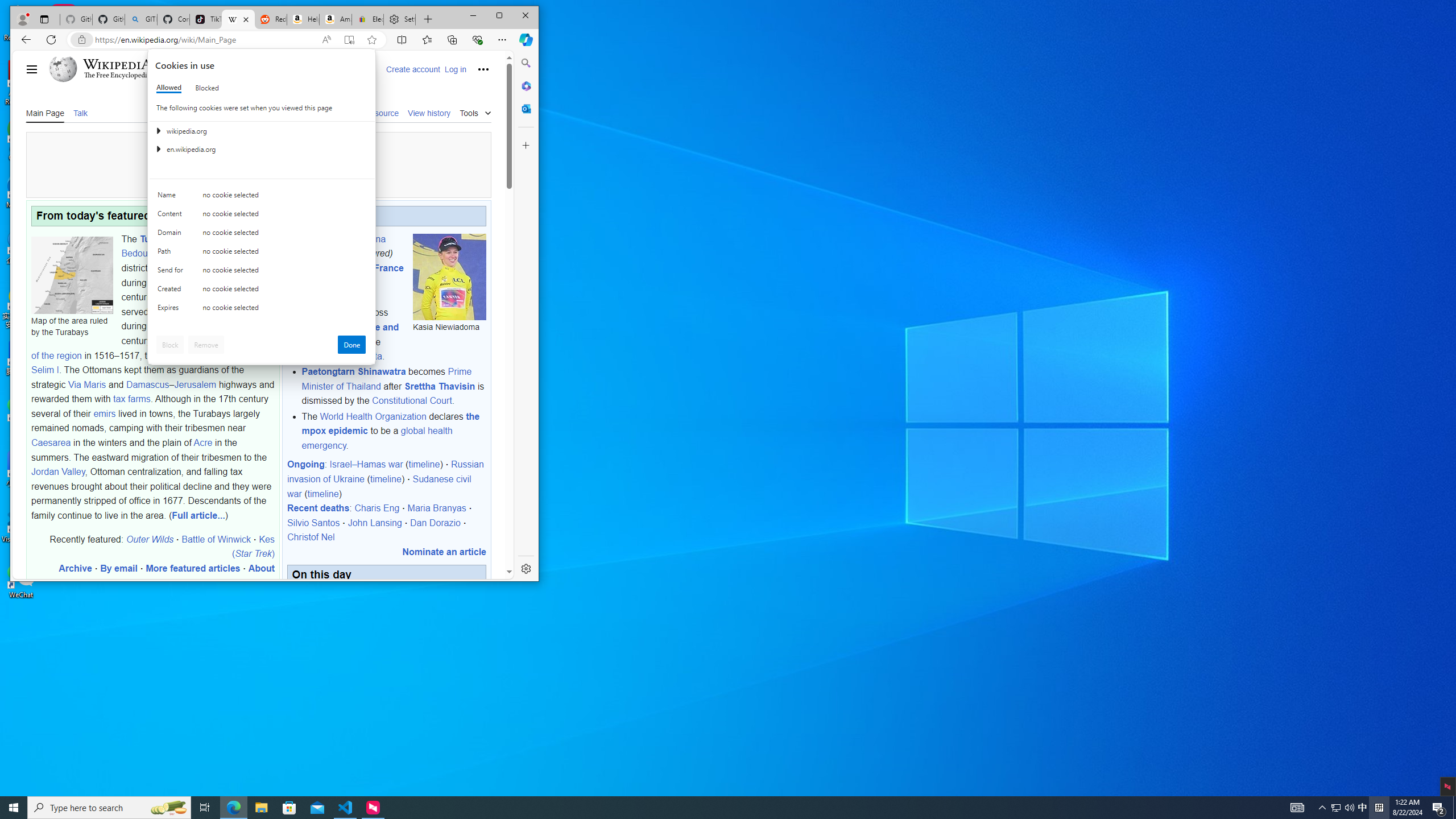 This screenshot has width=1456, height=819. Describe the element at coordinates (172, 235) in the screenshot. I see `'Domain'` at that location.